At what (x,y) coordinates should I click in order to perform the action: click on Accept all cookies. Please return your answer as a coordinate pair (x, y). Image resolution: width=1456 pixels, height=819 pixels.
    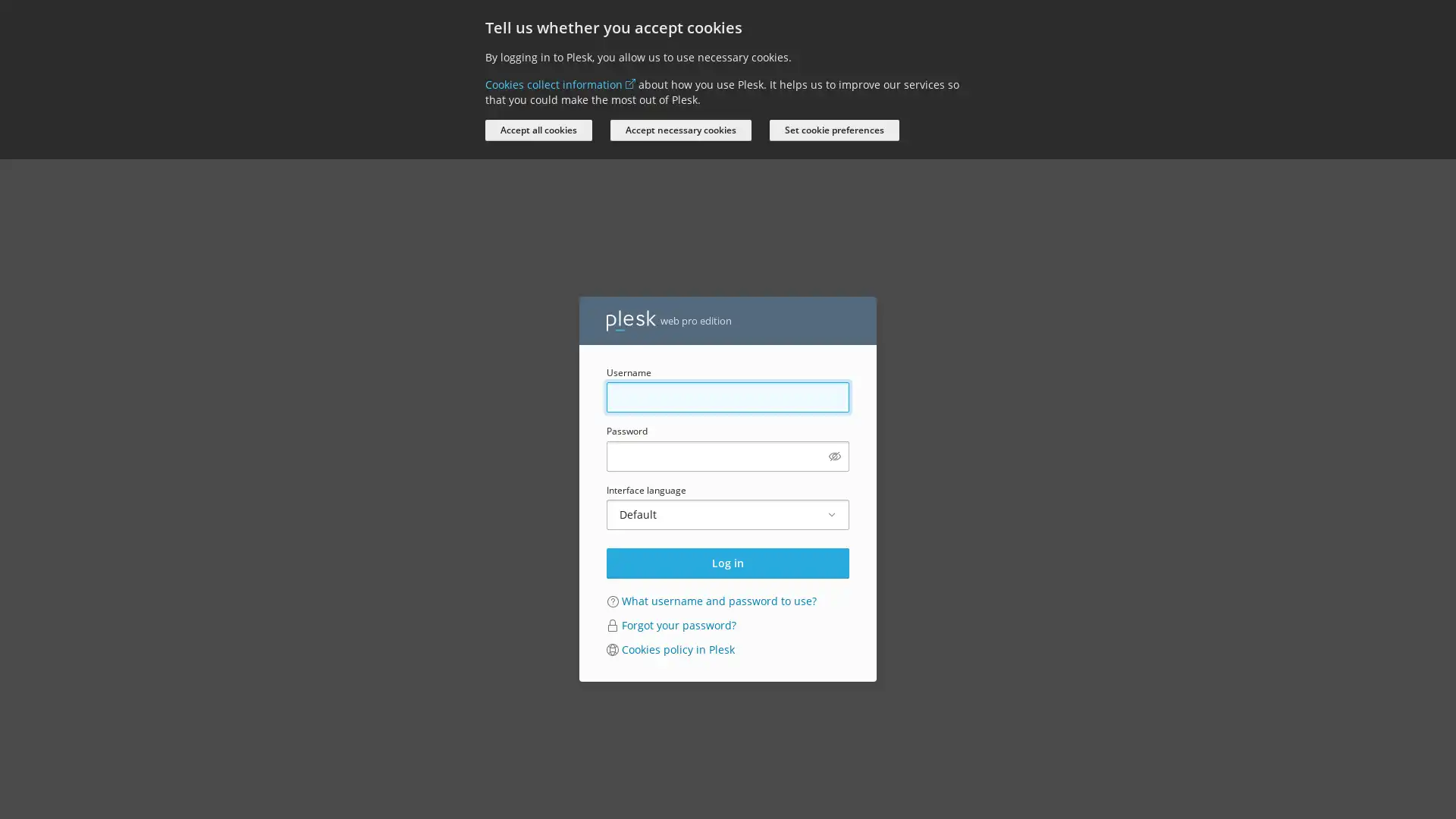
    Looking at the image, I should click on (538, 130).